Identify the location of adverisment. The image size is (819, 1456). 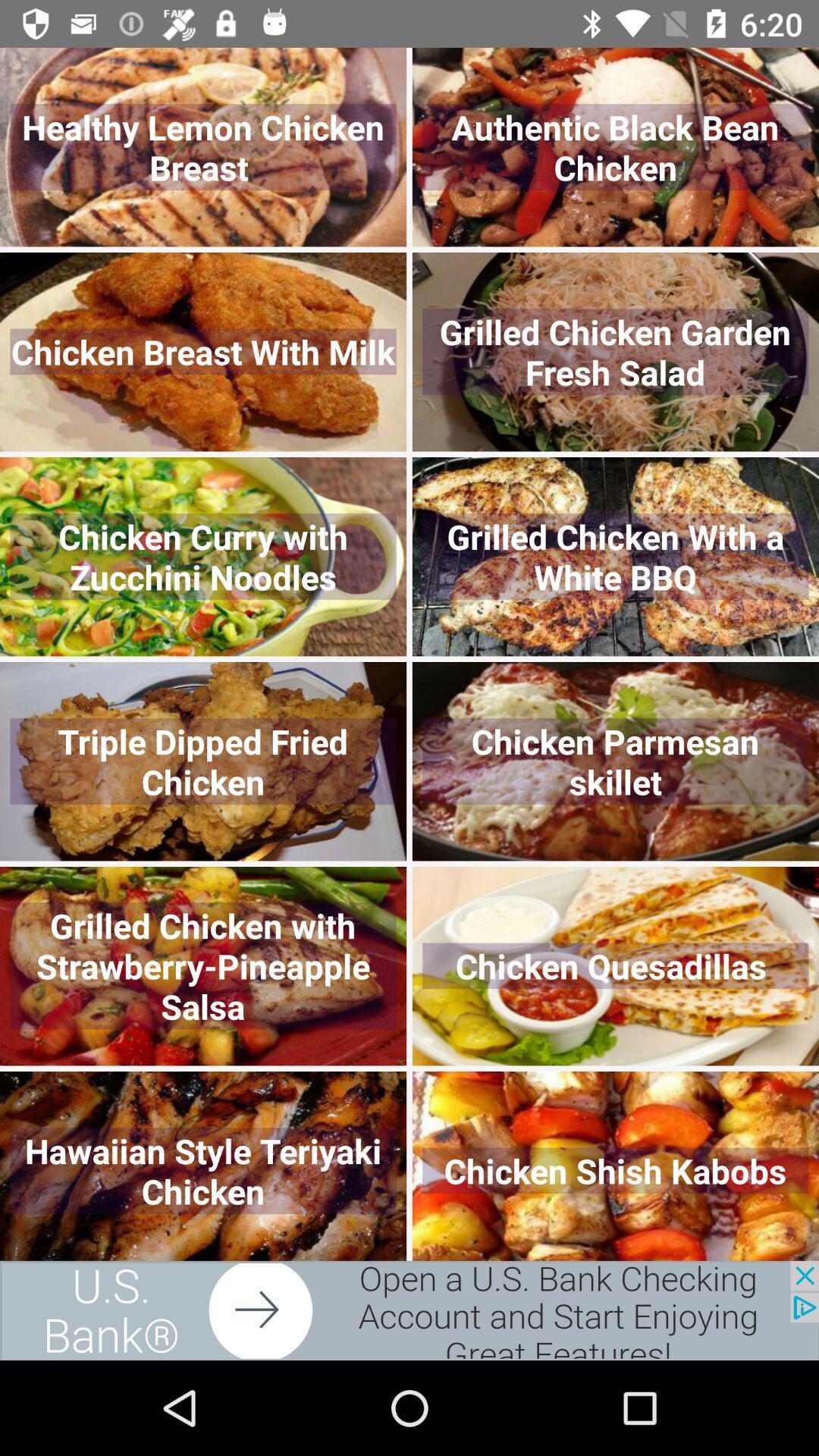
(409, 1310).